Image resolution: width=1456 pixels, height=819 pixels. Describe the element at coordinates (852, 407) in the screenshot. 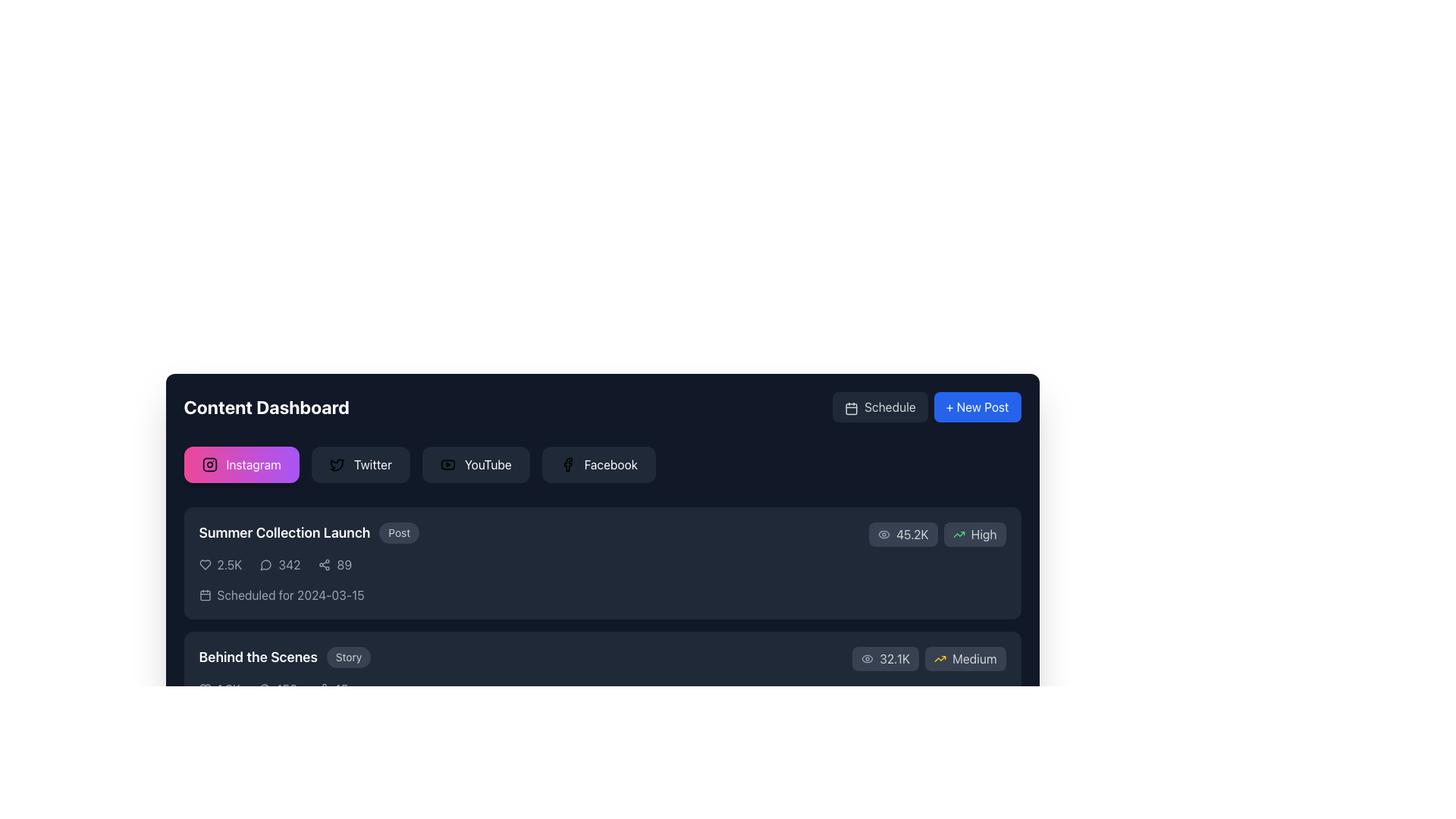

I see `the calendar icon located to the left of the 'Schedule' text within the dark, rounded rectangular button` at that location.